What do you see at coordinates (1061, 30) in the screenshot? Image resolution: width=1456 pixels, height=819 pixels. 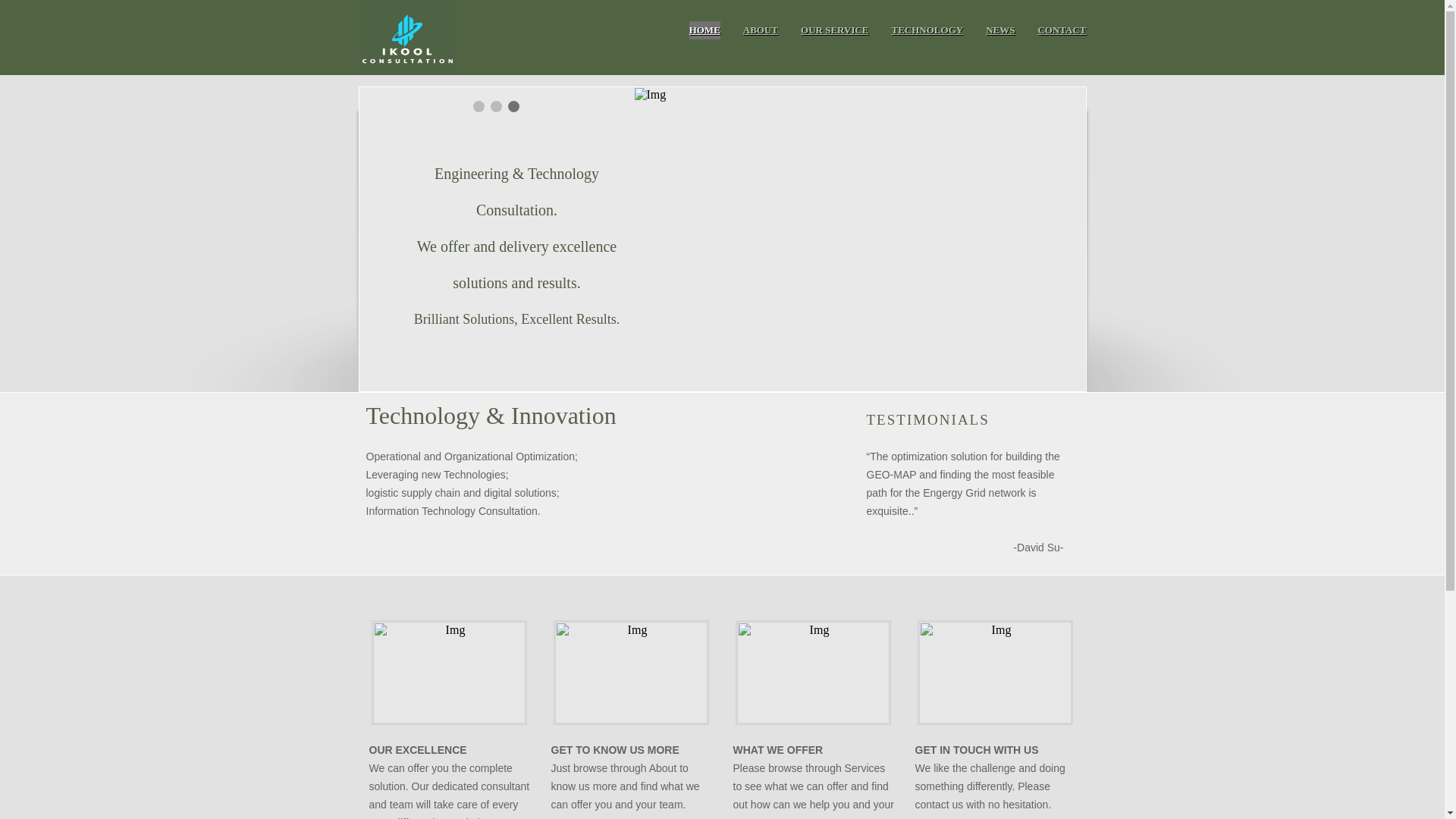 I see `'CONTACT'` at bounding box center [1061, 30].